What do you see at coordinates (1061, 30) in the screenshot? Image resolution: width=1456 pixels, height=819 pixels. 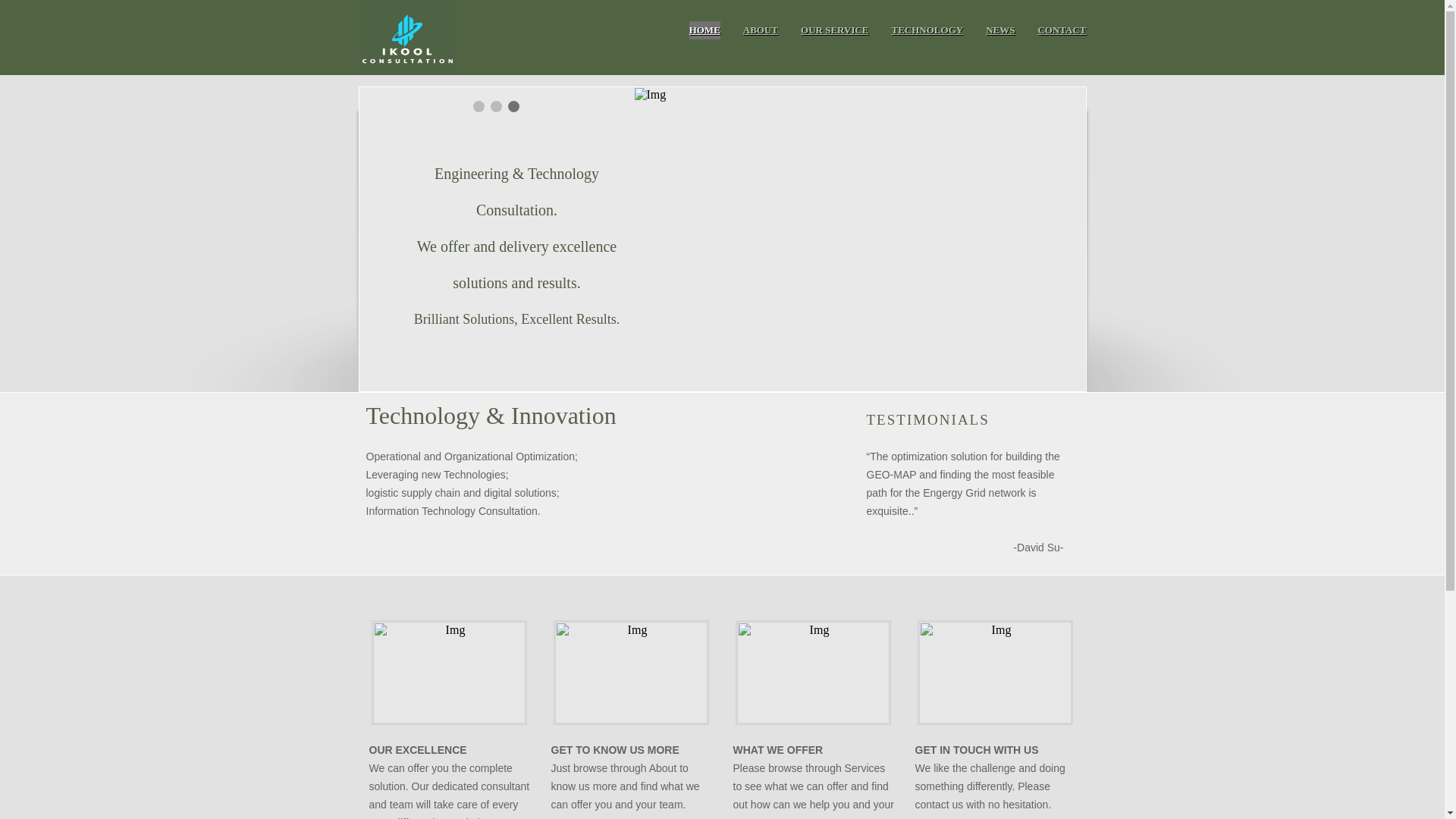 I see `'CONTACT'` at bounding box center [1061, 30].